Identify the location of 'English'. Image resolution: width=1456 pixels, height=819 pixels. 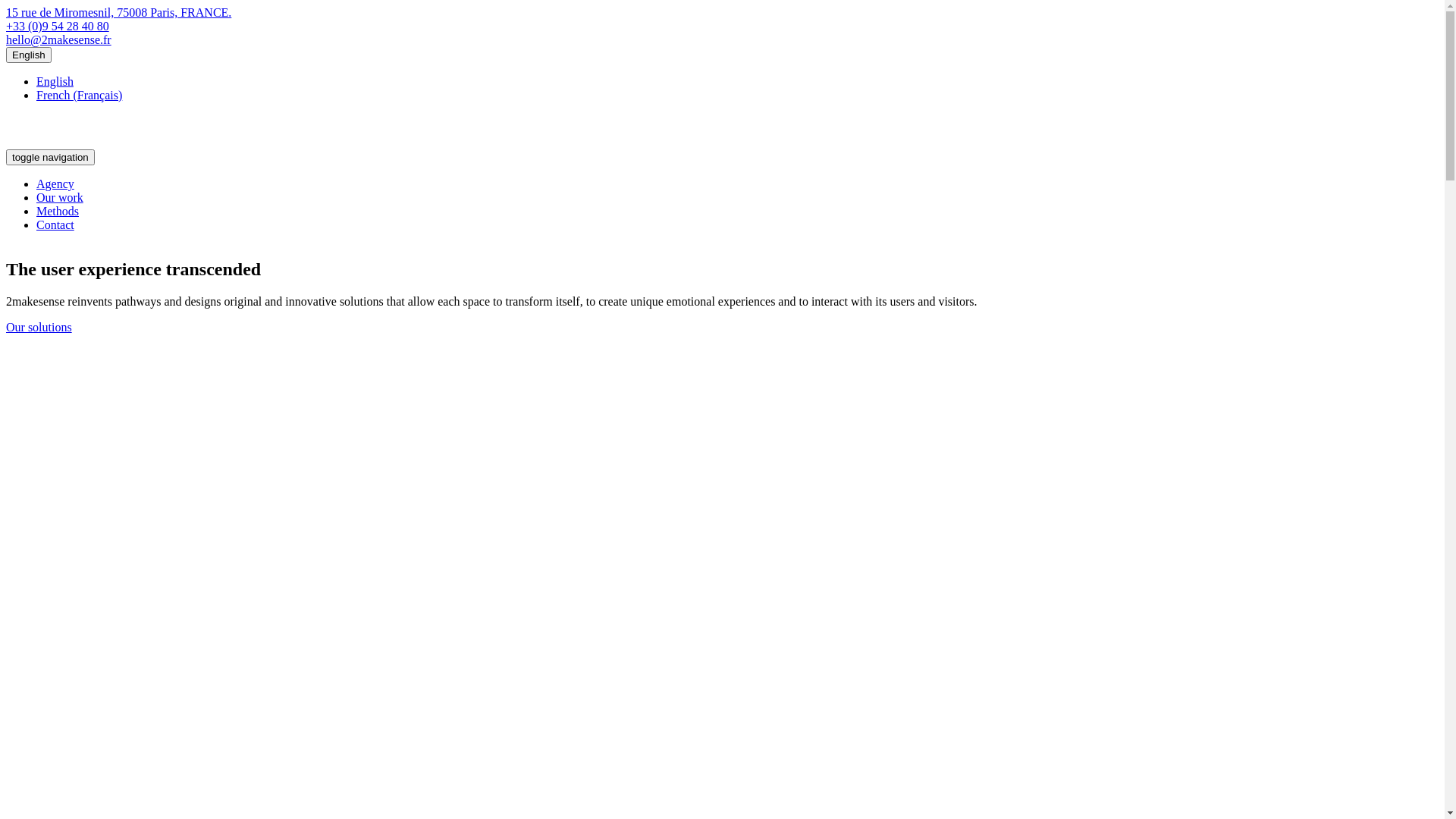
(29, 54).